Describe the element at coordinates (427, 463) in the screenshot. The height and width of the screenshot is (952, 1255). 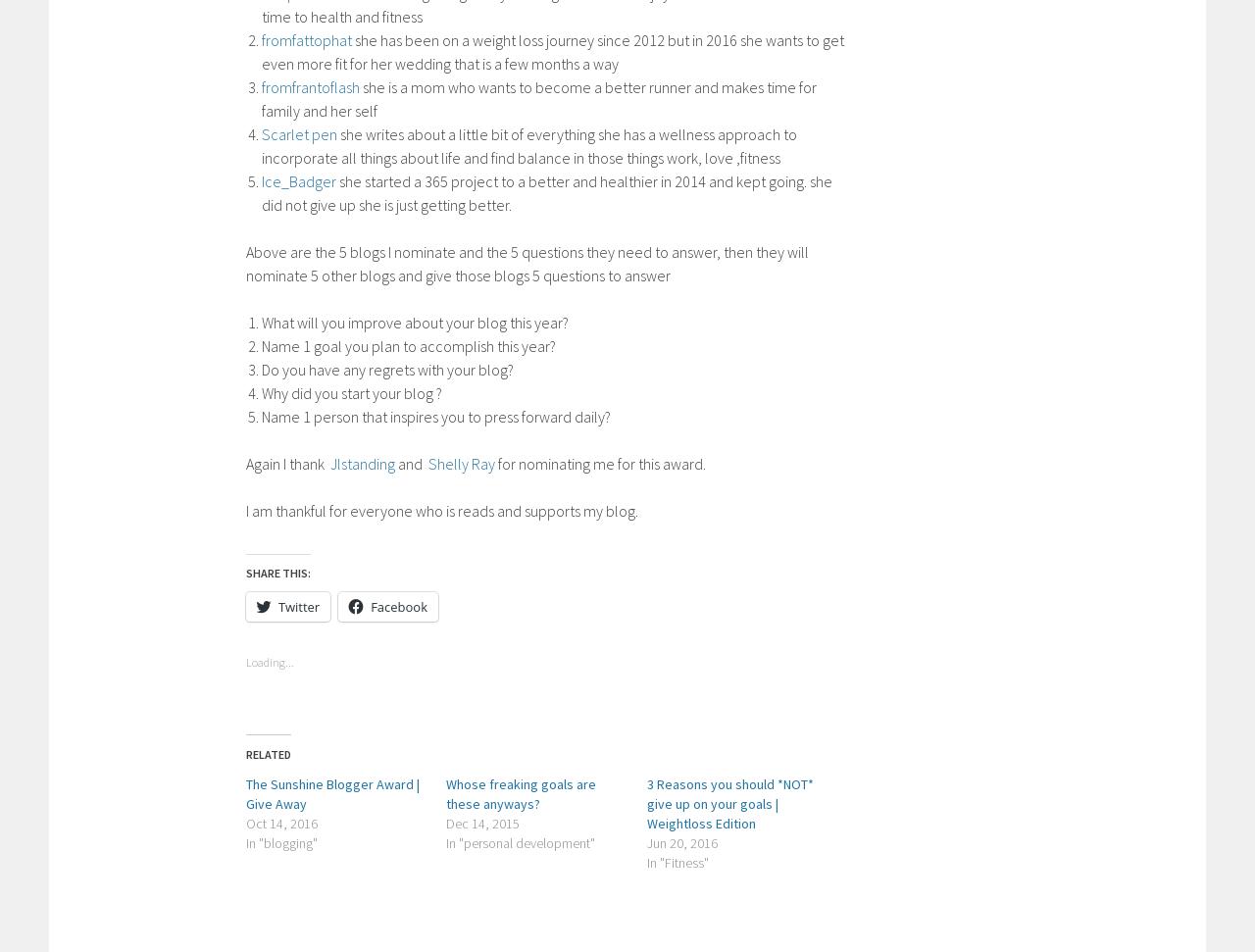
I see `'Shelly Ray'` at that location.